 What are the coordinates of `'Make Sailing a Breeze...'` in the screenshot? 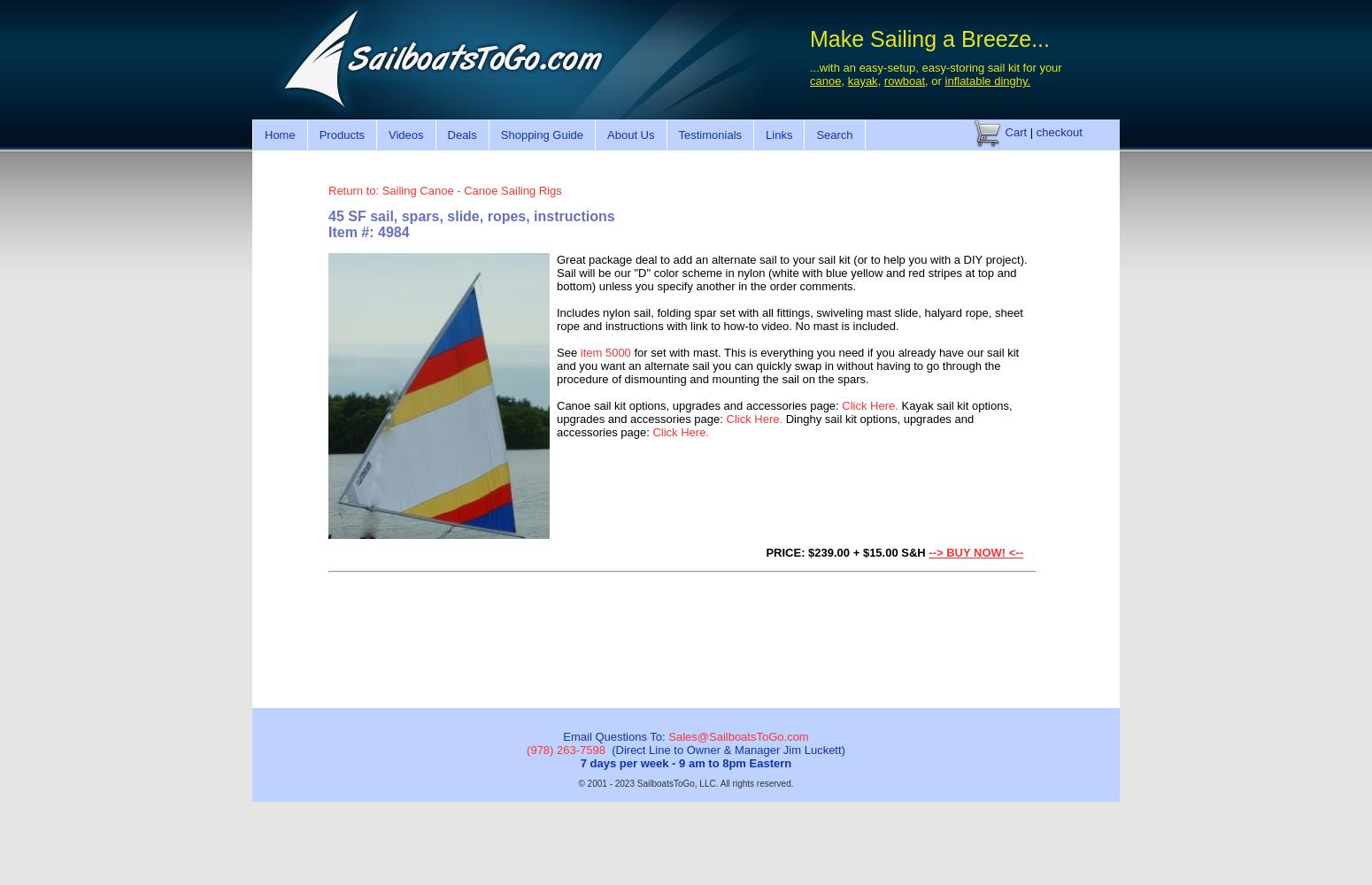 It's located at (929, 39).